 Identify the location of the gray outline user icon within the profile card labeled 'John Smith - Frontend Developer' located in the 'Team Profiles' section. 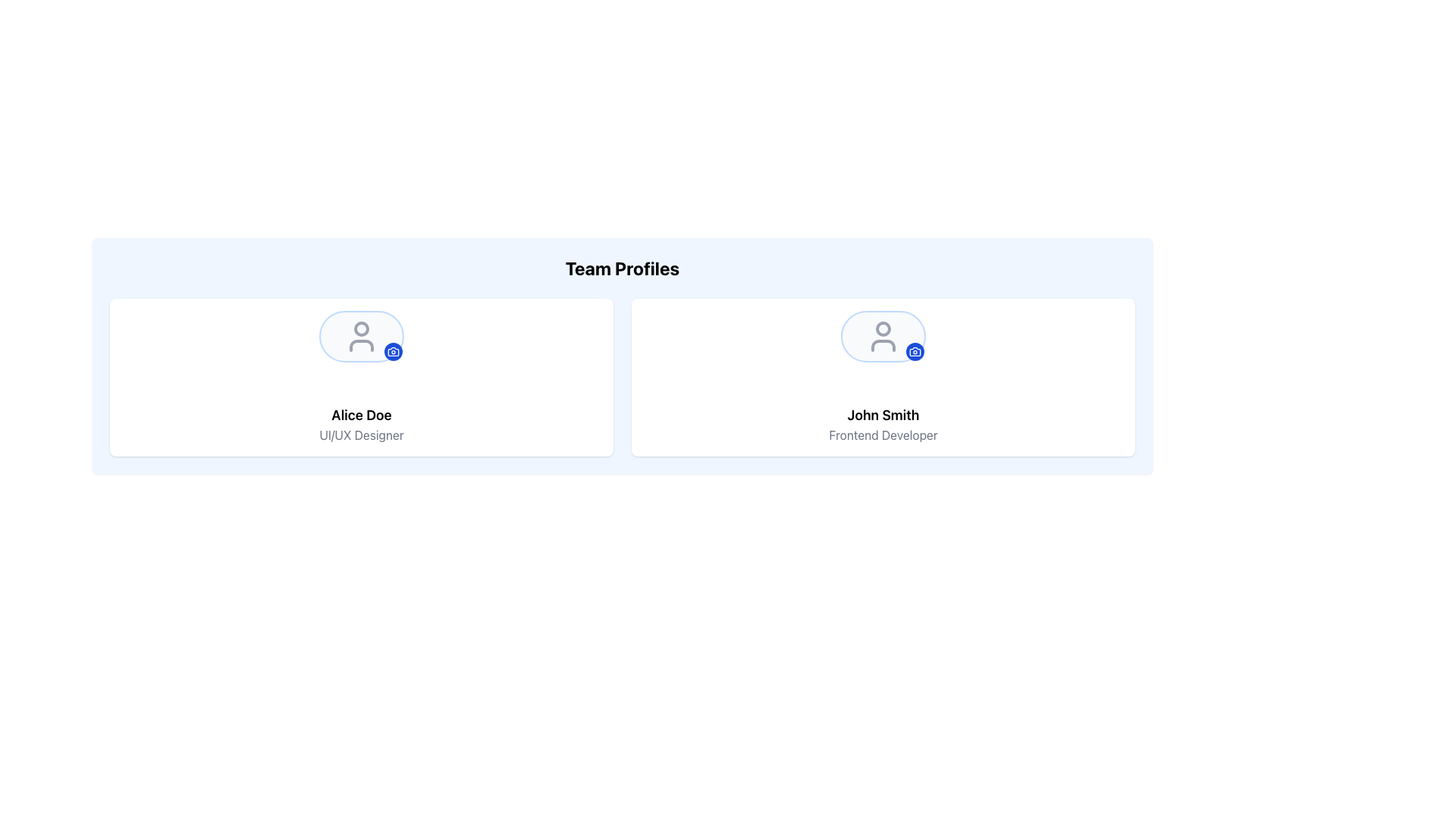
(883, 335).